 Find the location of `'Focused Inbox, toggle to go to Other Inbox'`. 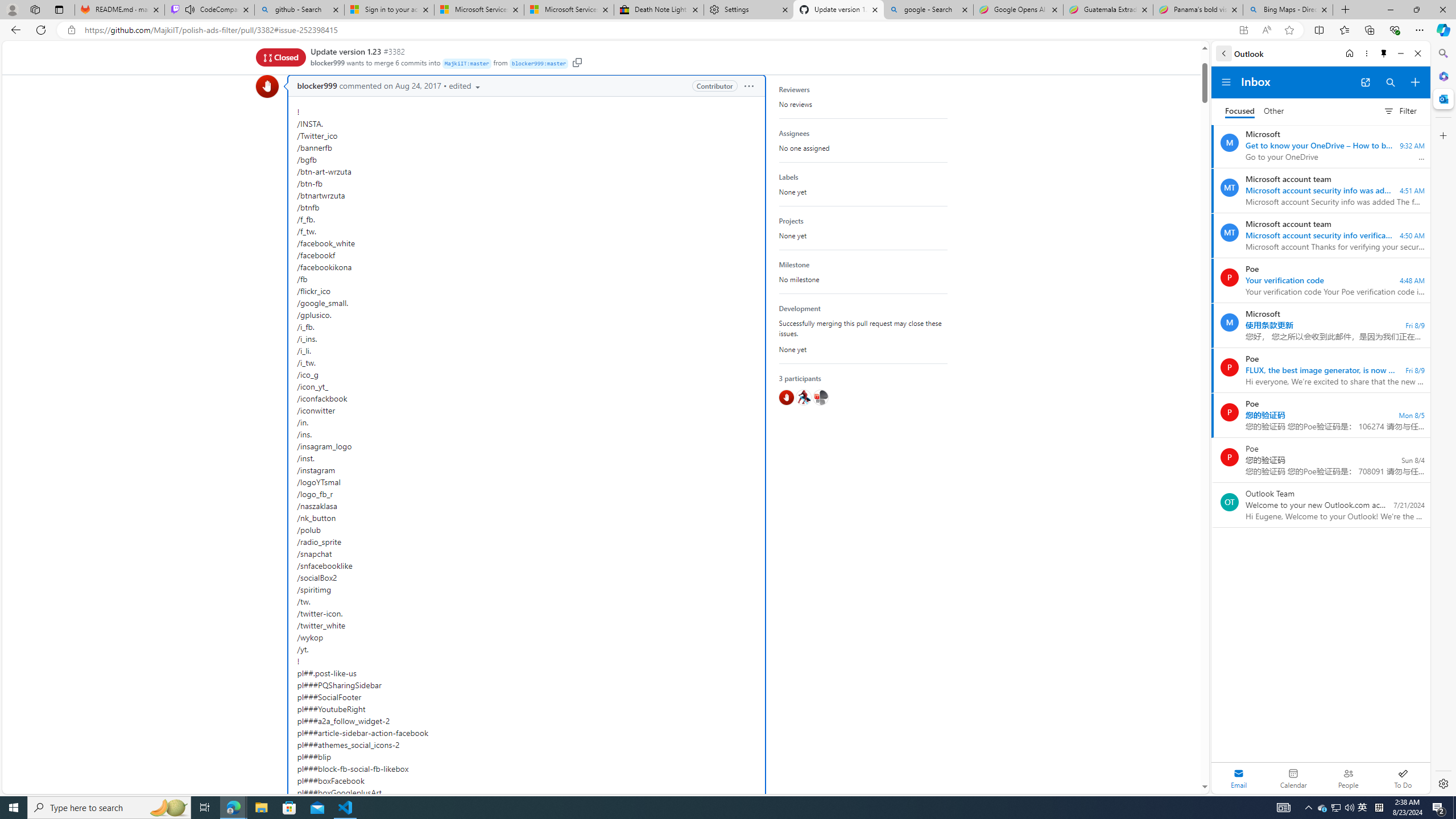

'Focused Inbox, toggle to go to Other Inbox' is located at coordinates (1254, 111).